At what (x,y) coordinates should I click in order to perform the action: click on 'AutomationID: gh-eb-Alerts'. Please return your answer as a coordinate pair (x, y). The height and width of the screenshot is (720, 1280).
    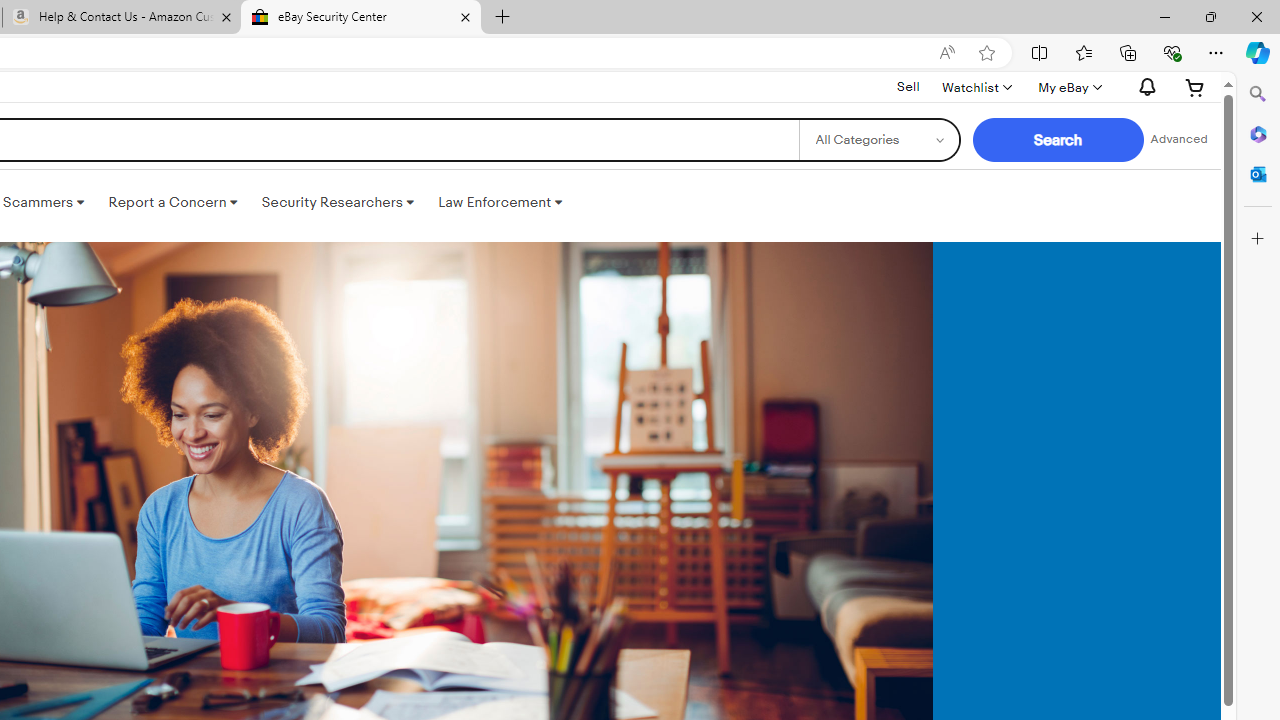
    Looking at the image, I should click on (1144, 86).